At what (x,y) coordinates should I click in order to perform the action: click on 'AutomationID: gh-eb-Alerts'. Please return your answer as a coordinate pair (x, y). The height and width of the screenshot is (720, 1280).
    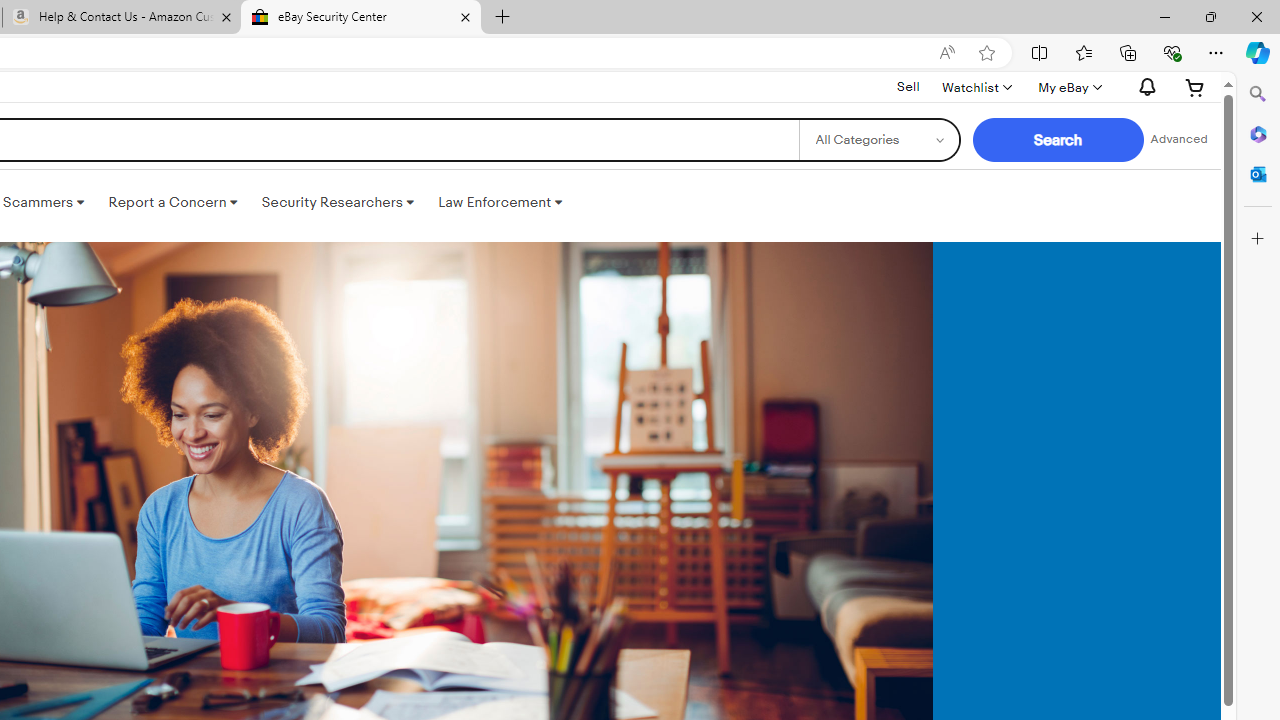
    Looking at the image, I should click on (1144, 86).